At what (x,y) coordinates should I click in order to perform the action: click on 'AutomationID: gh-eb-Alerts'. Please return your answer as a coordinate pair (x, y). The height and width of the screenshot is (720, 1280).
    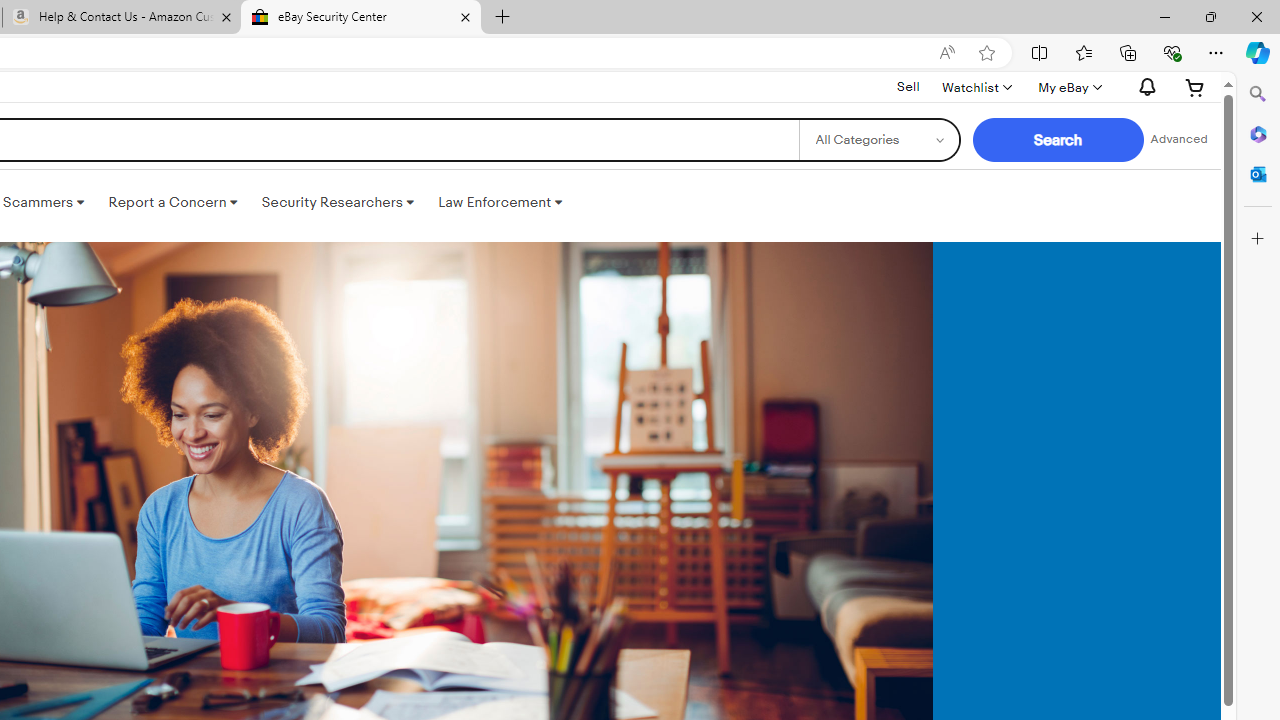
    Looking at the image, I should click on (1144, 86).